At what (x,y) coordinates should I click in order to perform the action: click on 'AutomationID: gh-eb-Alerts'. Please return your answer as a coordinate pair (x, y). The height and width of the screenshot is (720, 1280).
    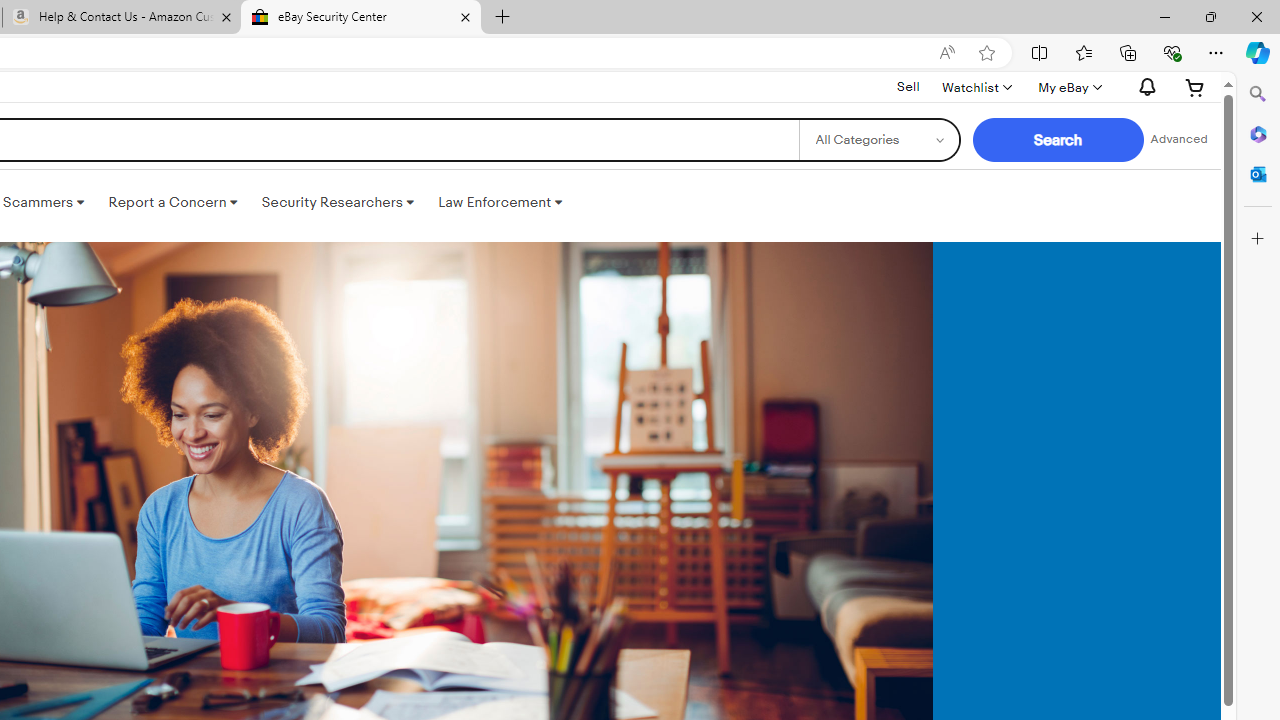
    Looking at the image, I should click on (1144, 86).